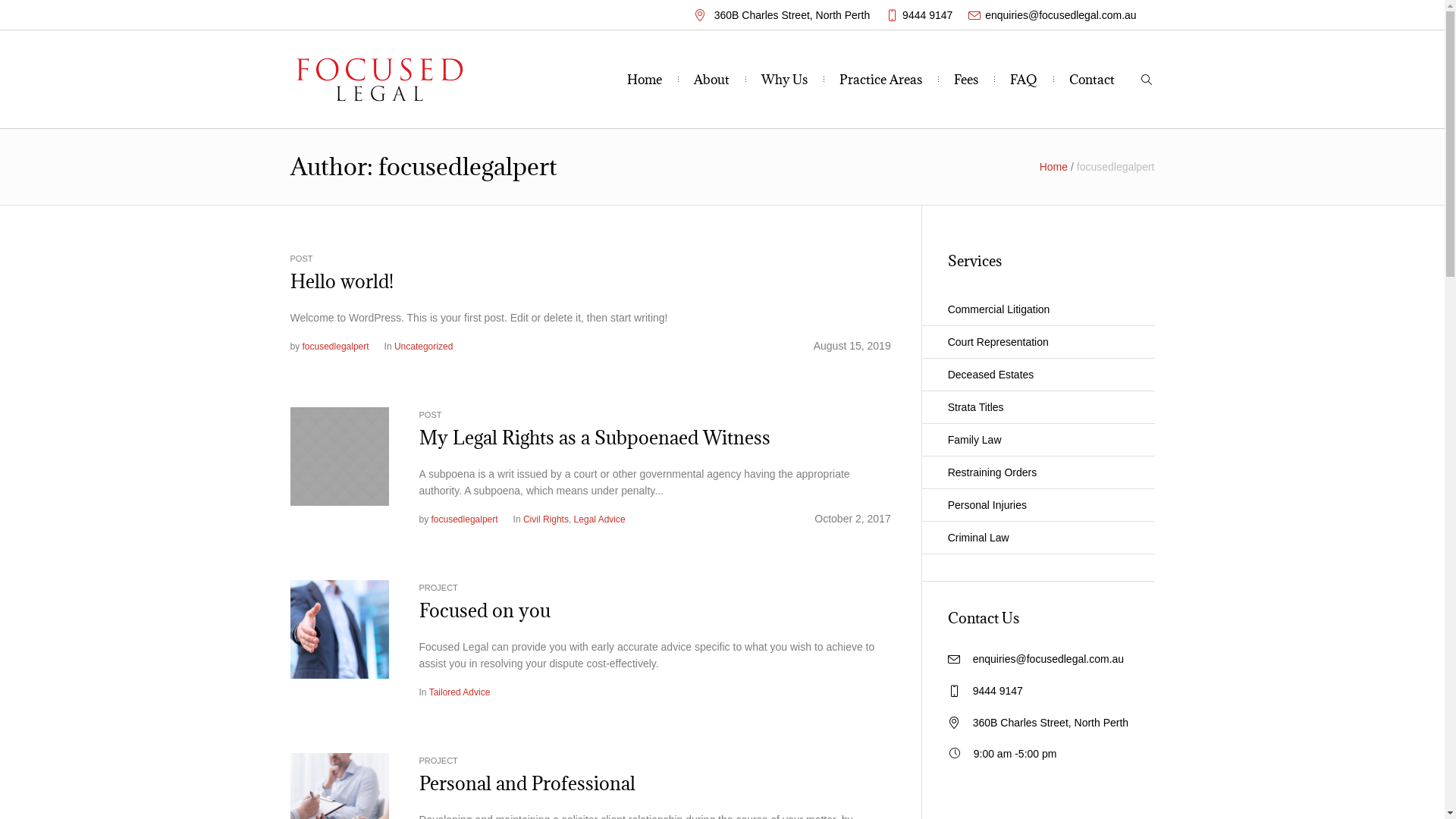 The height and width of the screenshot is (819, 1456). What do you see at coordinates (1092, 79) in the screenshot?
I see `'Contact'` at bounding box center [1092, 79].